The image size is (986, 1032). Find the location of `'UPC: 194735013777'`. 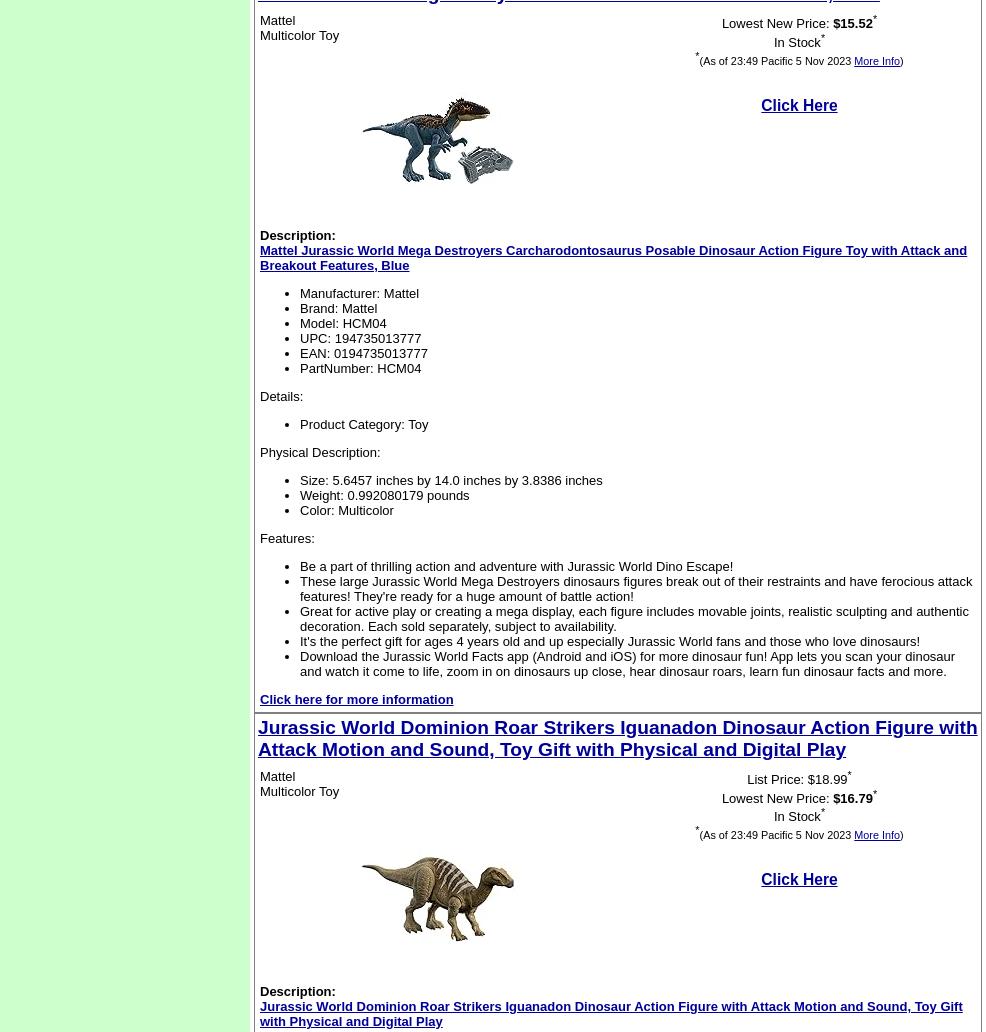

'UPC: 194735013777' is located at coordinates (359, 338).